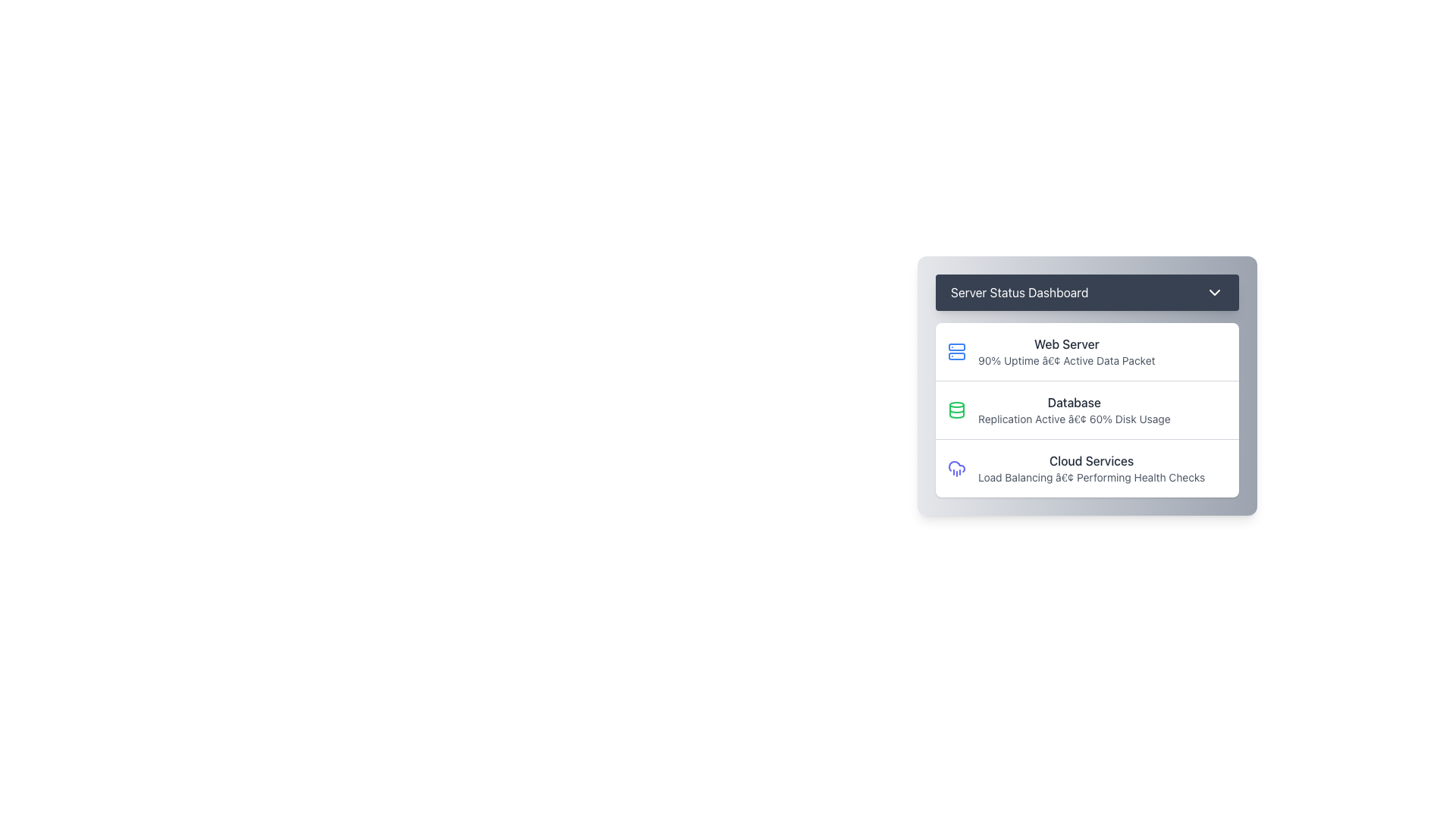 This screenshot has width=1456, height=819. I want to click on information displayed in the first Text block of the 'Server Status Dashboard' which shows the status of the web server, including uptime and data packet activity, so click(1065, 351).